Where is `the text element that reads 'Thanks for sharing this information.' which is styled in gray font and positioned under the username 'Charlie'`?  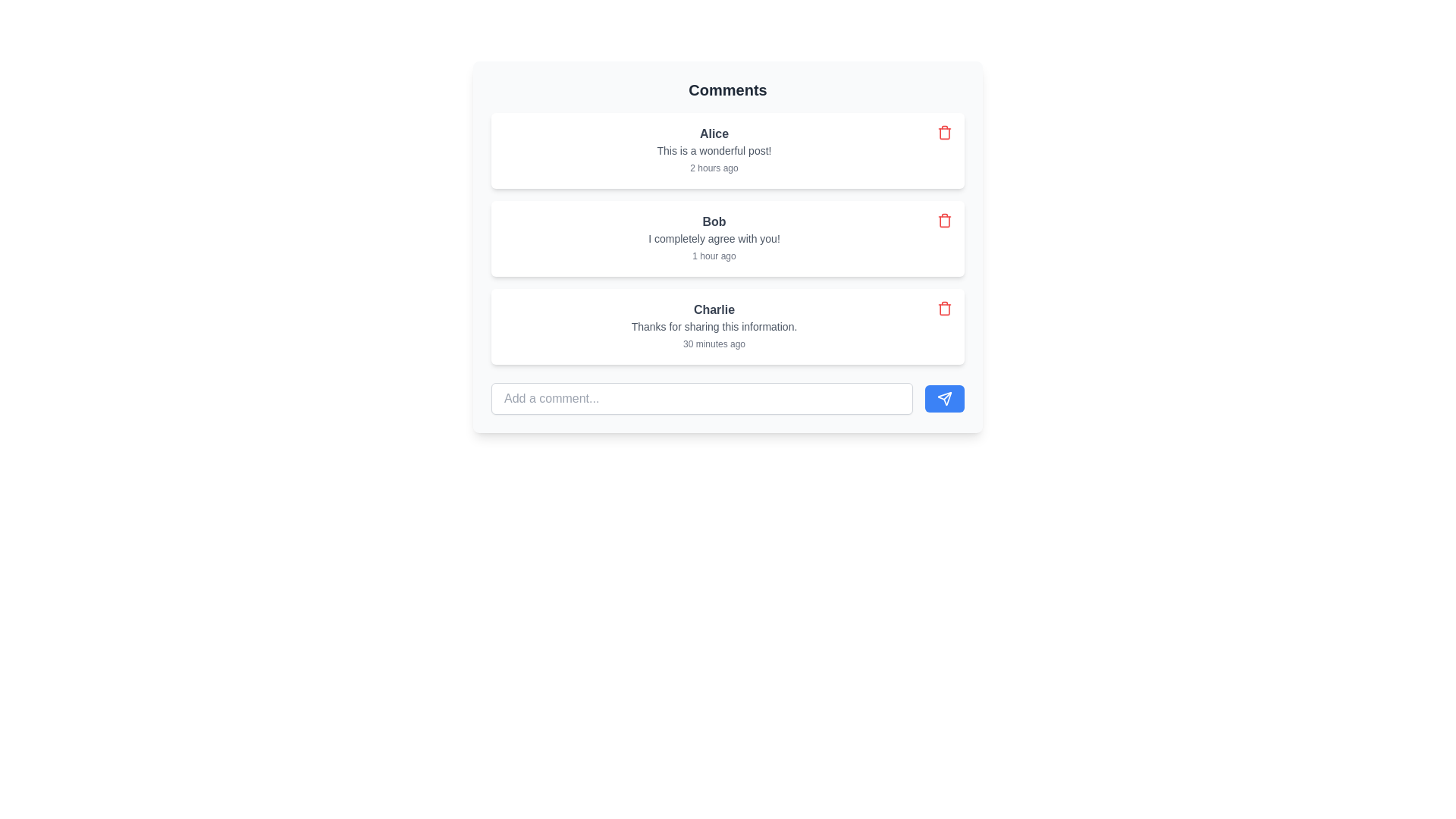
the text element that reads 'Thanks for sharing this information.' which is styled in gray font and positioned under the username 'Charlie' is located at coordinates (713, 326).